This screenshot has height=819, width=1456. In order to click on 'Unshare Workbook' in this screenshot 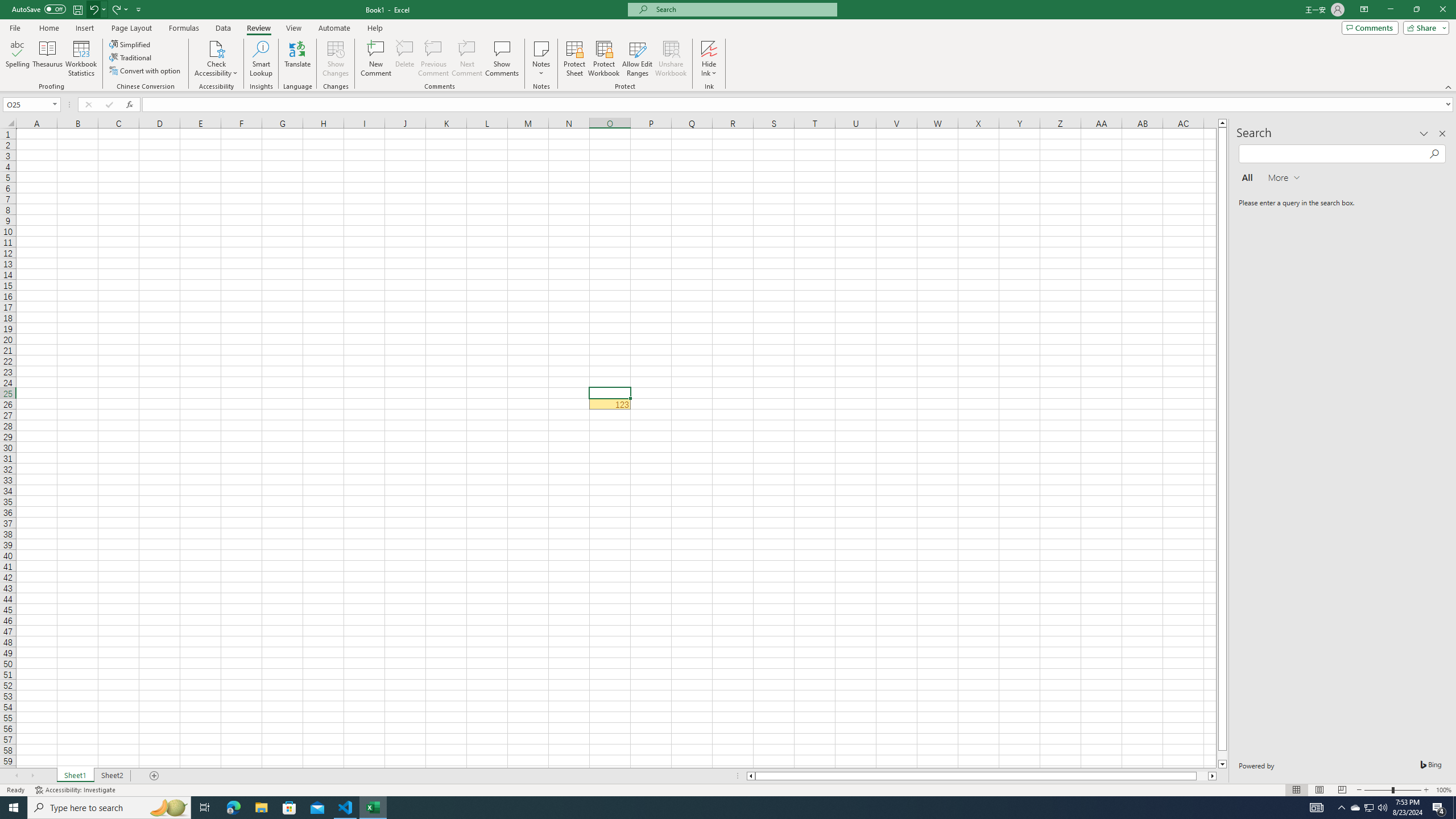, I will do `click(671, 59)`.